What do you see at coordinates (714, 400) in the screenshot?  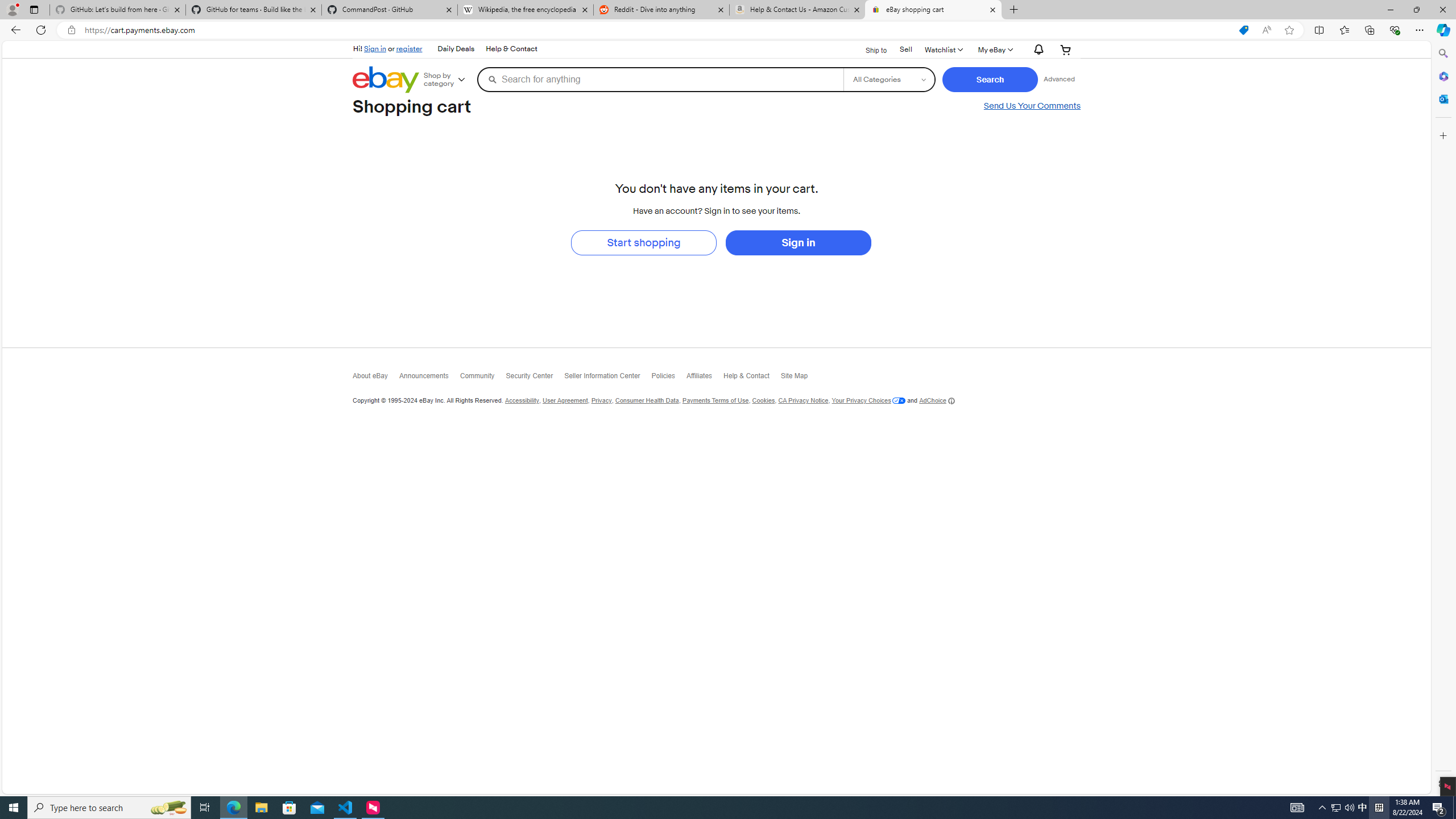 I see `'Payments Terms of Use'` at bounding box center [714, 400].